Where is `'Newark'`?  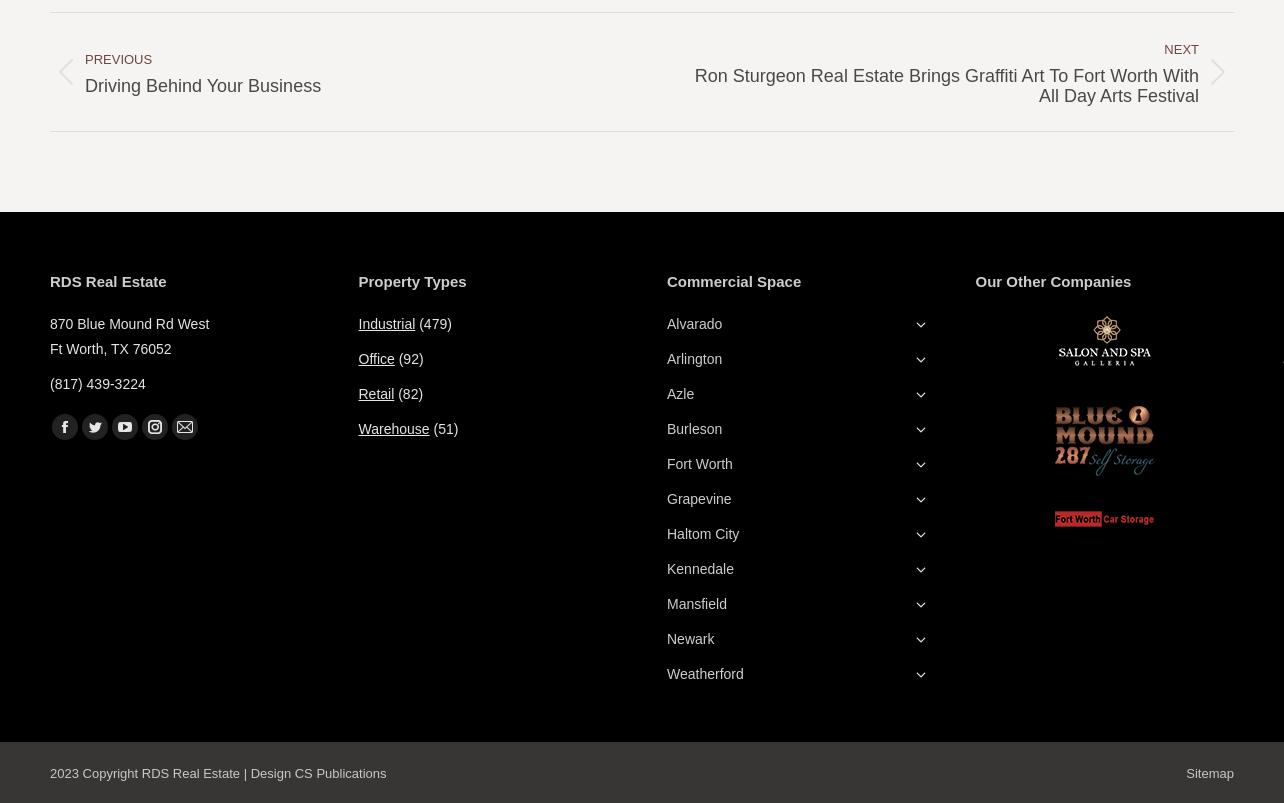 'Newark' is located at coordinates (690, 639).